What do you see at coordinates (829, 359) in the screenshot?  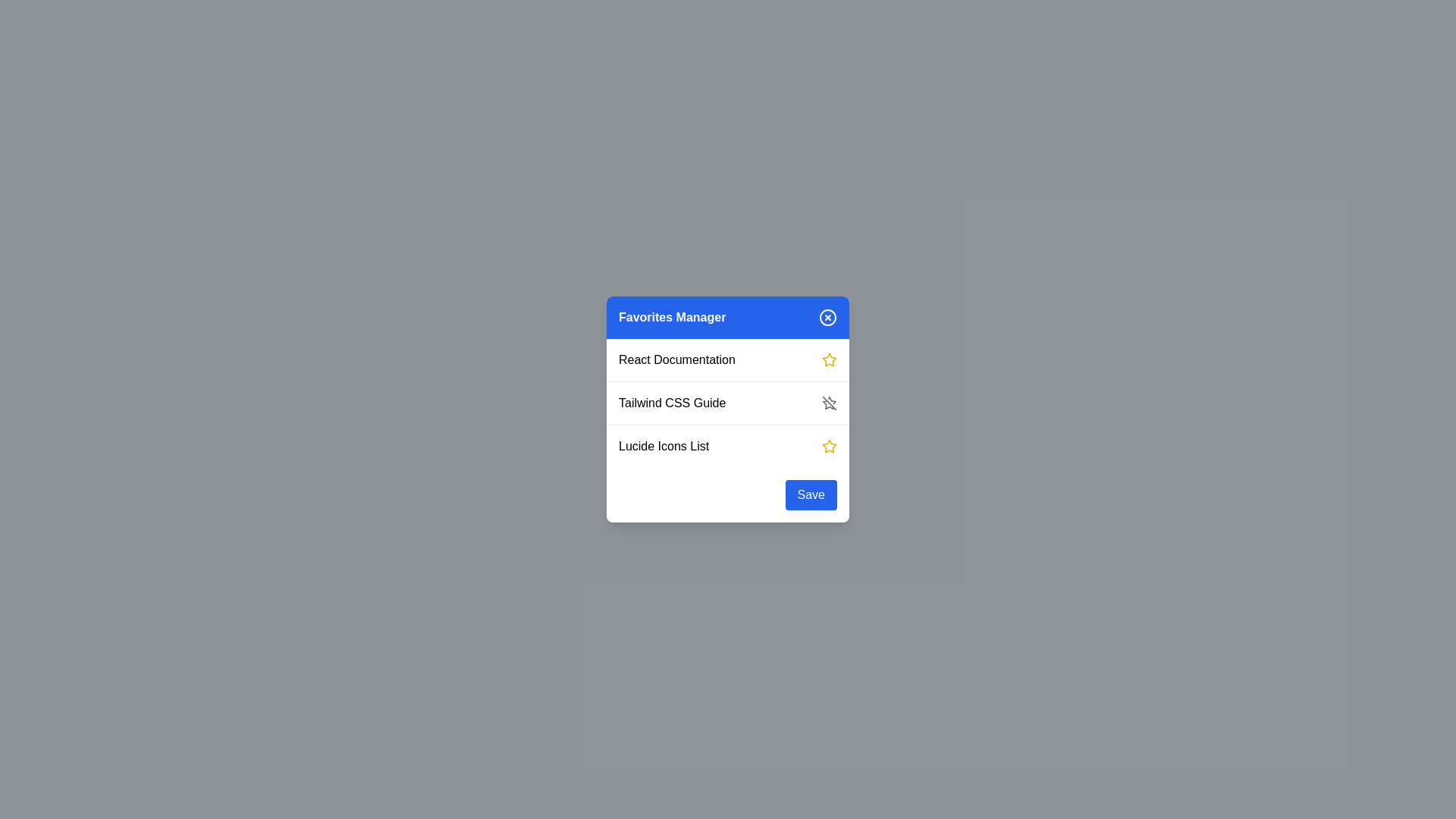 I see `the star icon to toggle the favorite status of the item React Documentation` at bounding box center [829, 359].